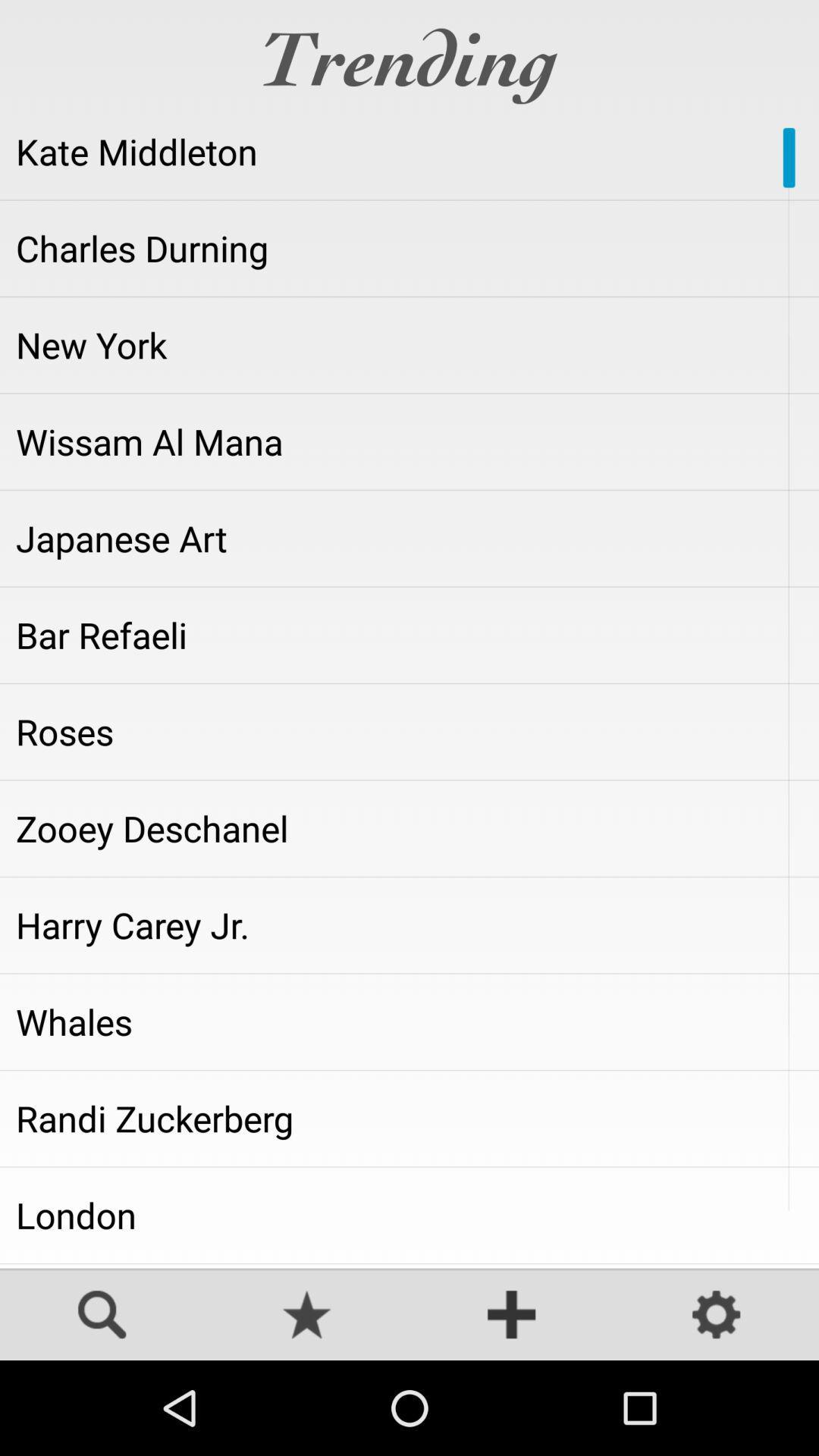  Describe the element at coordinates (409, 1215) in the screenshot. I see `icon above lucy liu item` at that location.